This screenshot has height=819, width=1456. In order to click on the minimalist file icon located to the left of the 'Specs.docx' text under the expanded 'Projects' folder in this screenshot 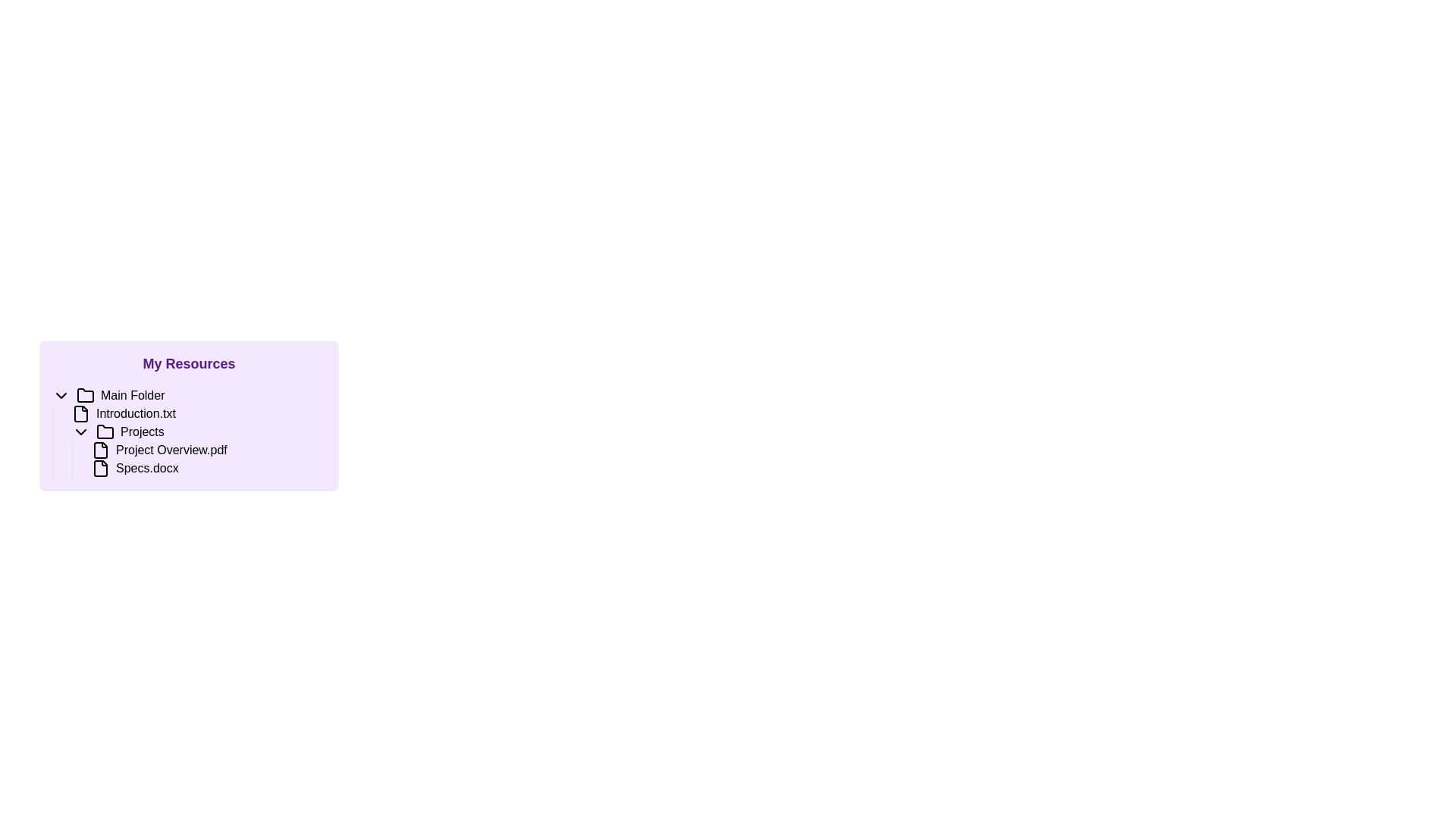, I will do `click(100, 467)`.